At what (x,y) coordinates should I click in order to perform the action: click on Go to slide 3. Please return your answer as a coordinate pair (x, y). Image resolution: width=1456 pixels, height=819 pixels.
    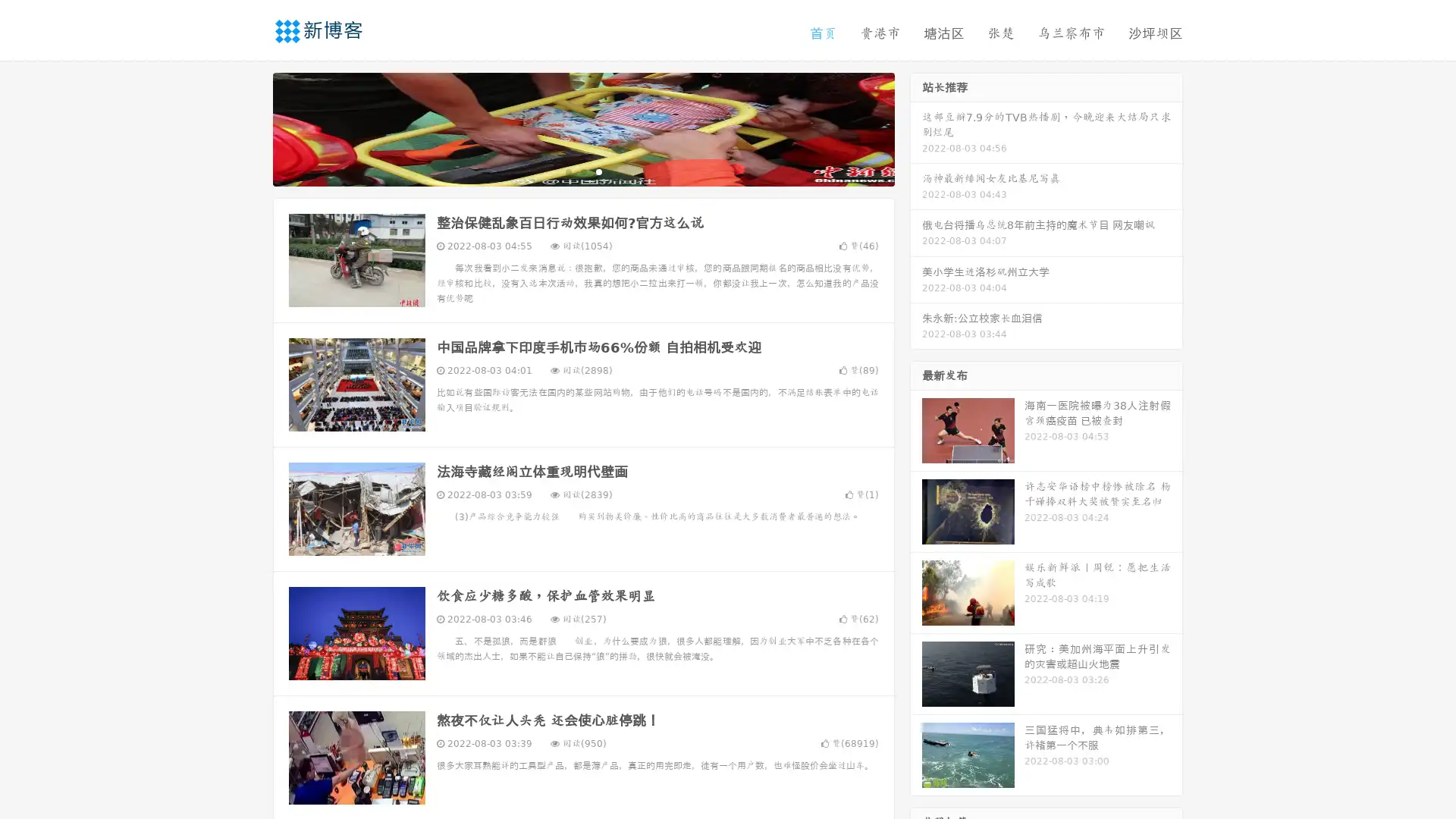
    Looking at the image, I should click on (598, 171).